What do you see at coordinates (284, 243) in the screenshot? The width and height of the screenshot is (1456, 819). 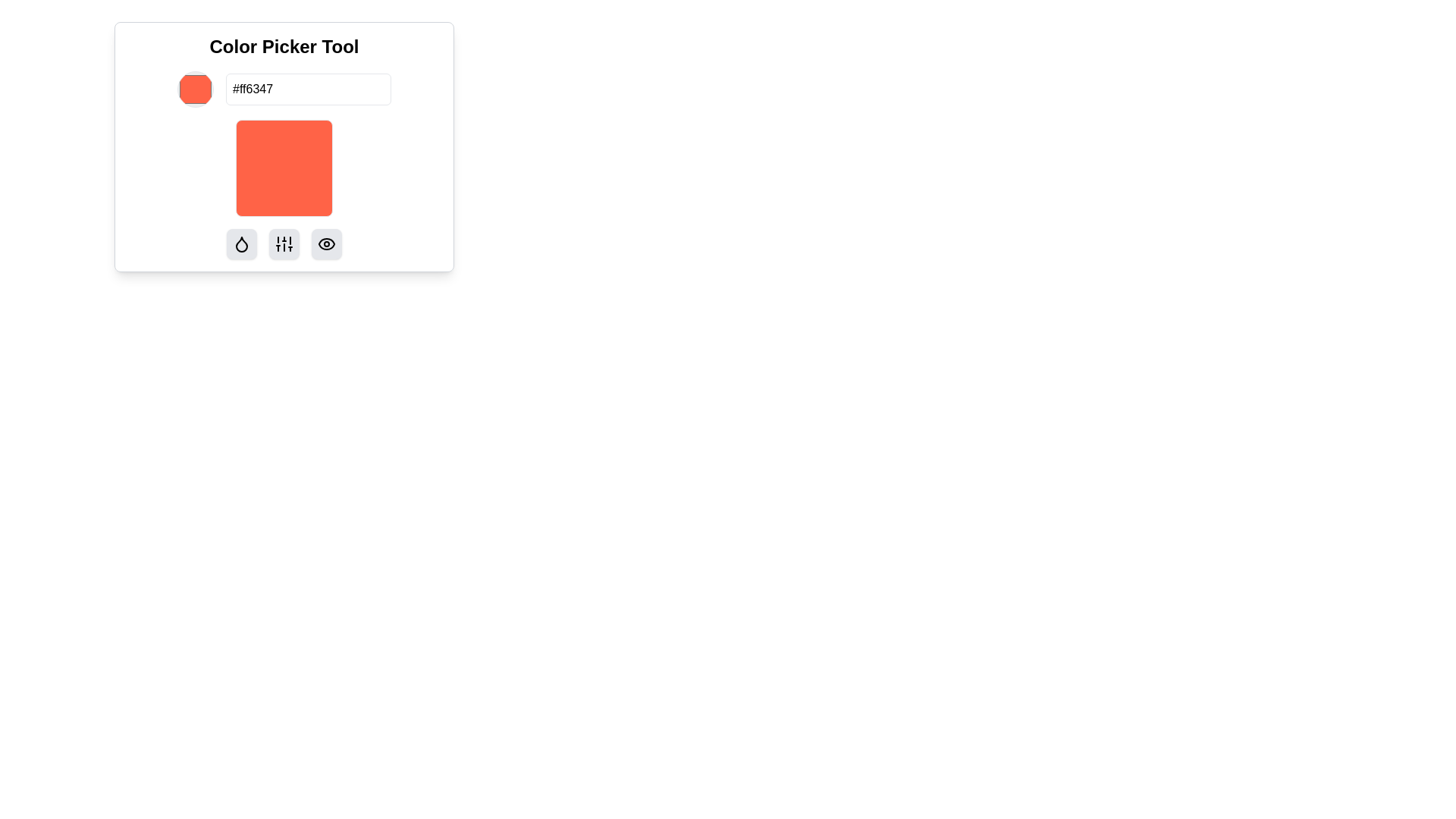 I see `the second interactive button in the 'Color Picker Tool' interface` at bounding box center [284, 243].